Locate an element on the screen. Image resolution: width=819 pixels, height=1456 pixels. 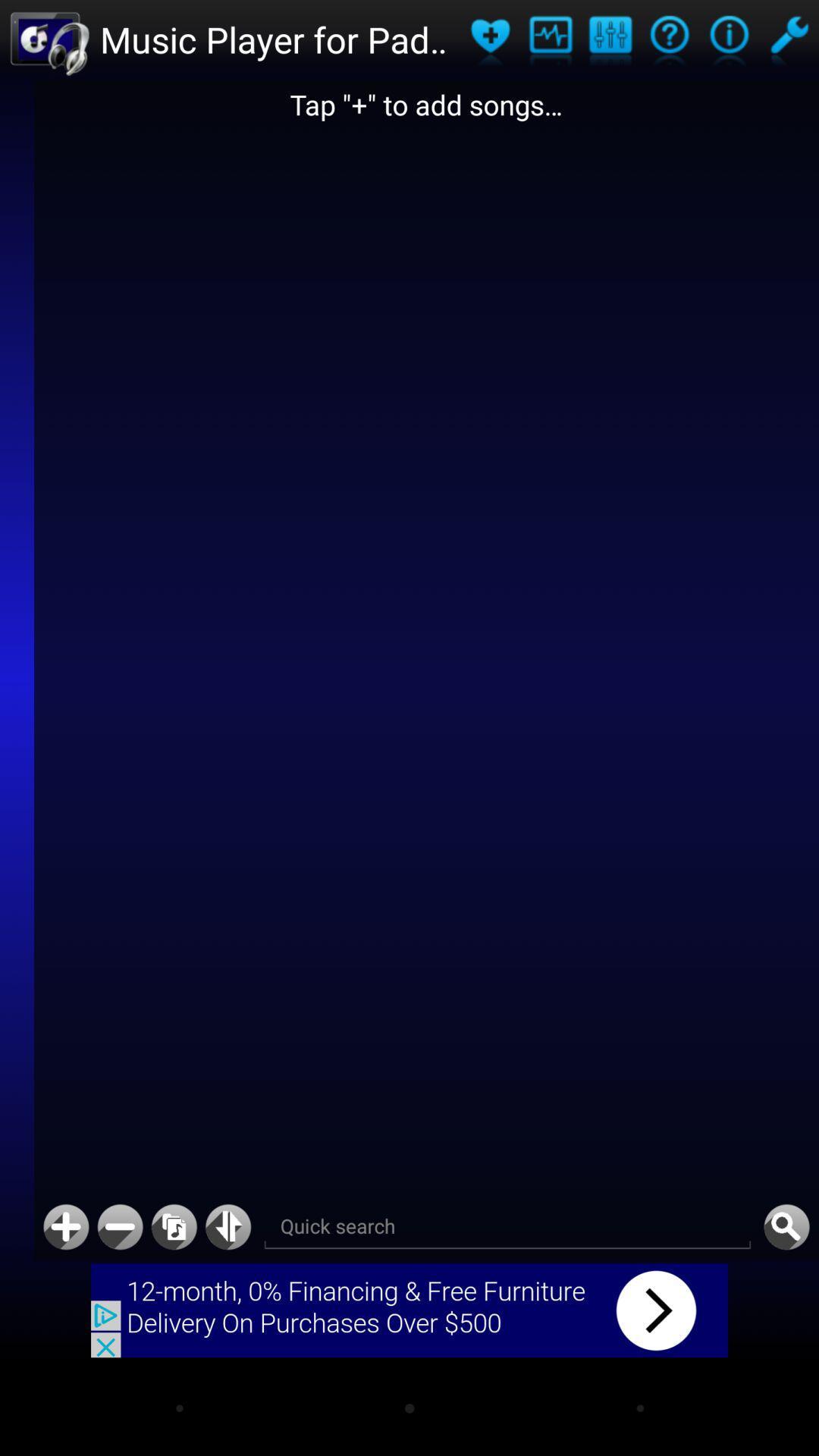
furniture advertisement is located at coordinates (409, 1310).